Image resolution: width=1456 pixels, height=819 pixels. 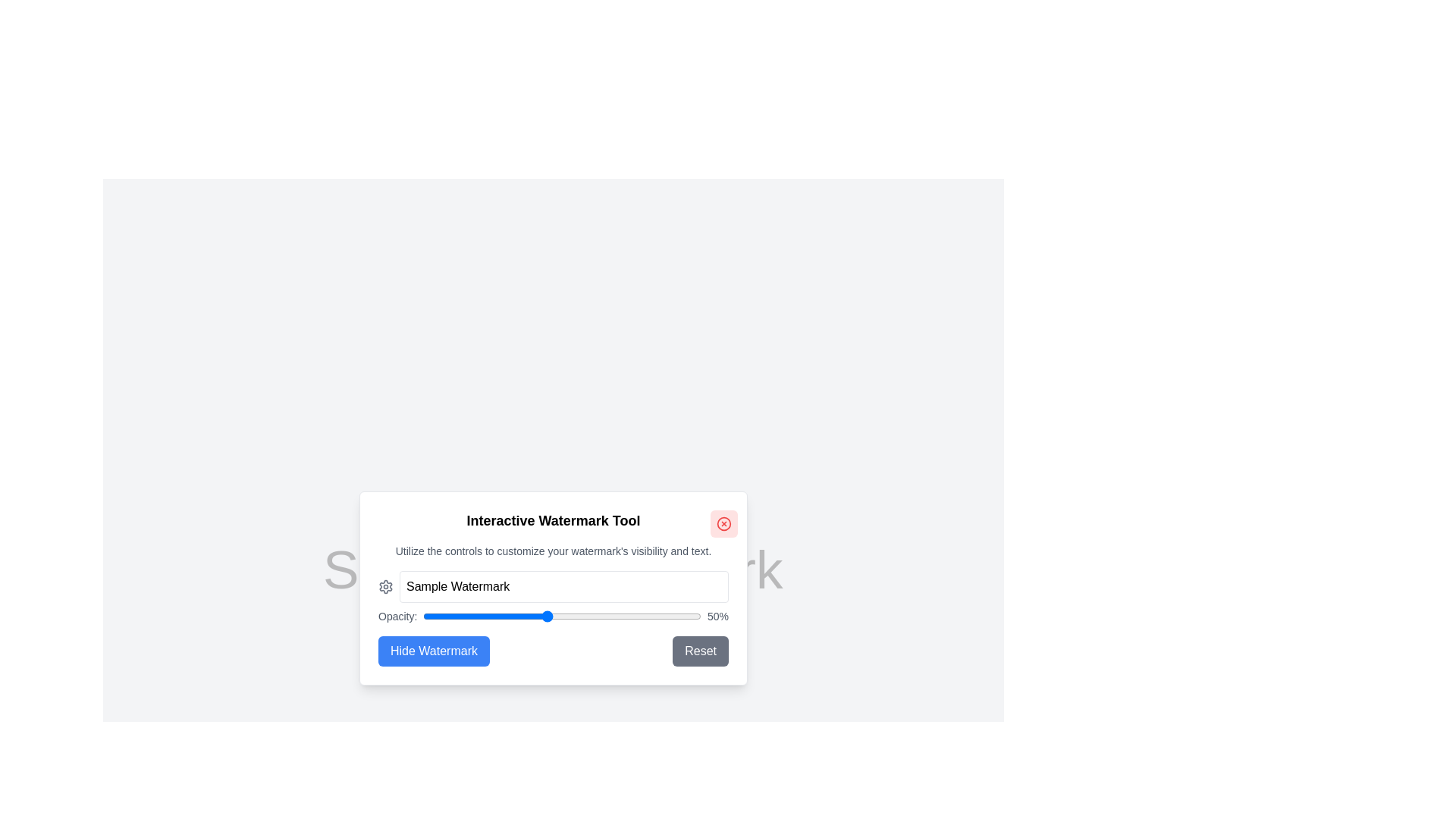 I want to click on the 'Hide Watermark' button in the Button Group at the bottom of the 'Interactive Watermark Tool' modal, so click(x=552, y=651).